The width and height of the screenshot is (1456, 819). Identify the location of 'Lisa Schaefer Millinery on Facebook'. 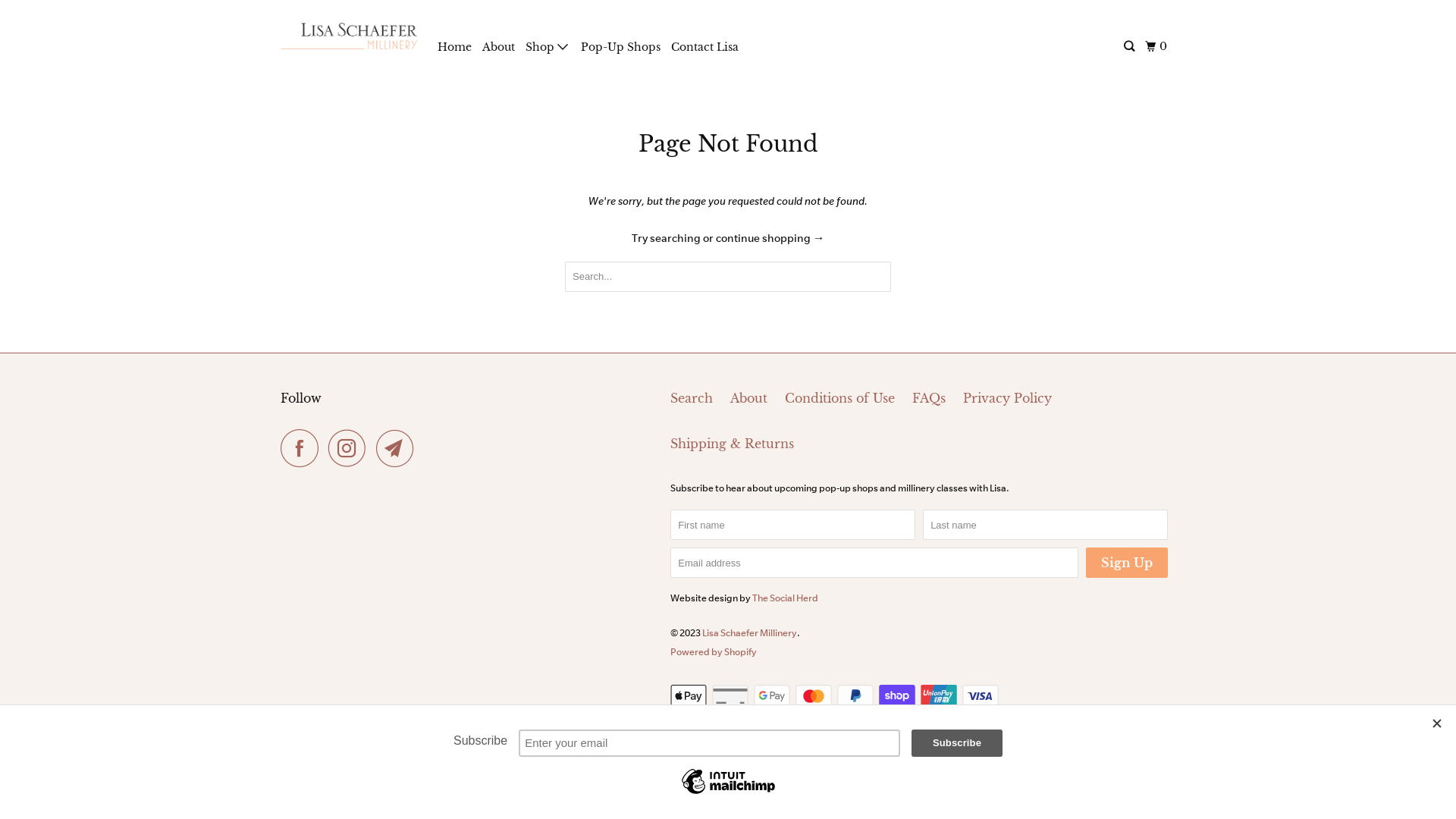
(303, 447).